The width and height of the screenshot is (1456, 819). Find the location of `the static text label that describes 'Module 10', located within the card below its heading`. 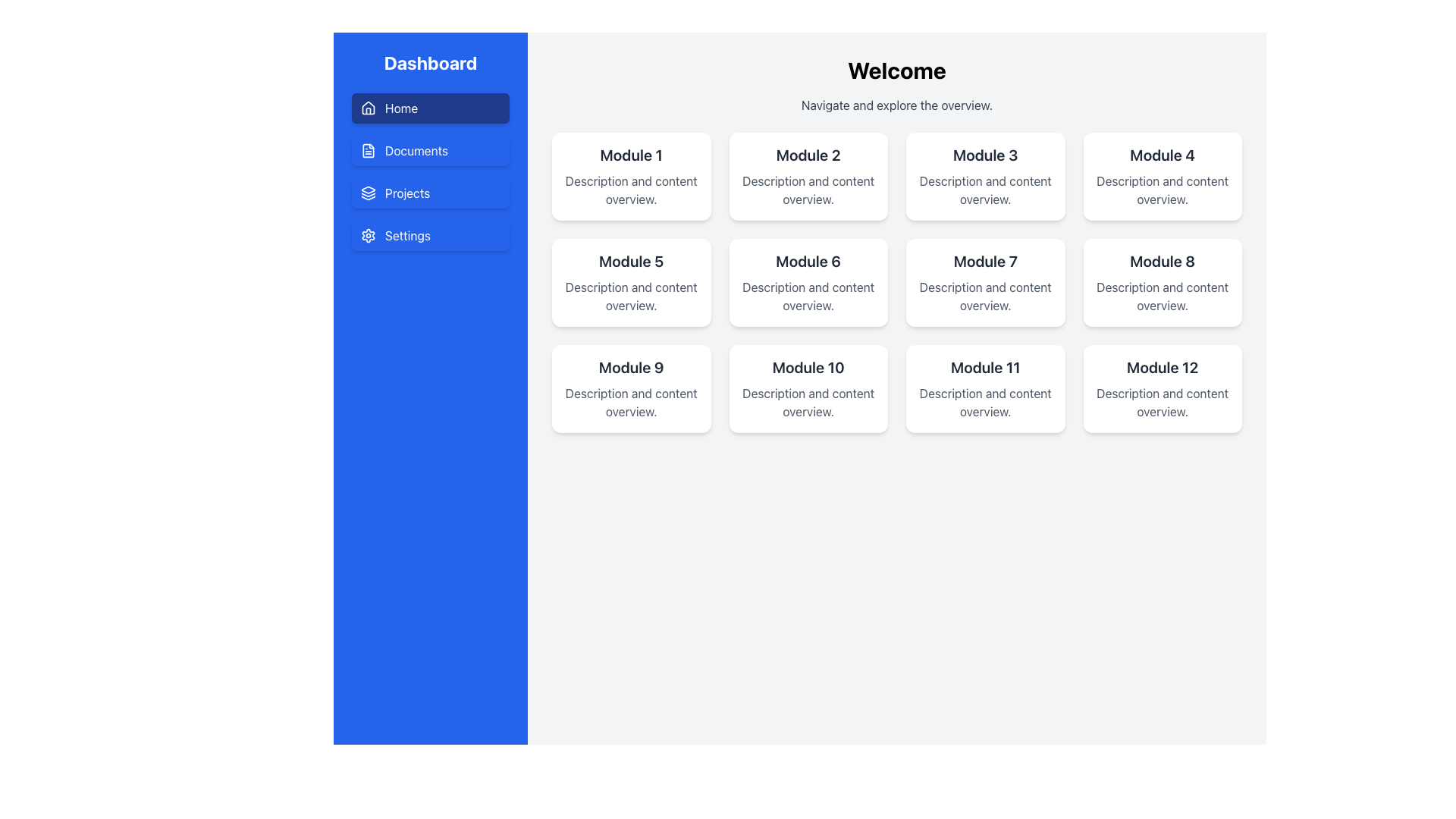

the static text label that describes 'Module 10', located within the card below its heading is located at coordinates (808, 402).